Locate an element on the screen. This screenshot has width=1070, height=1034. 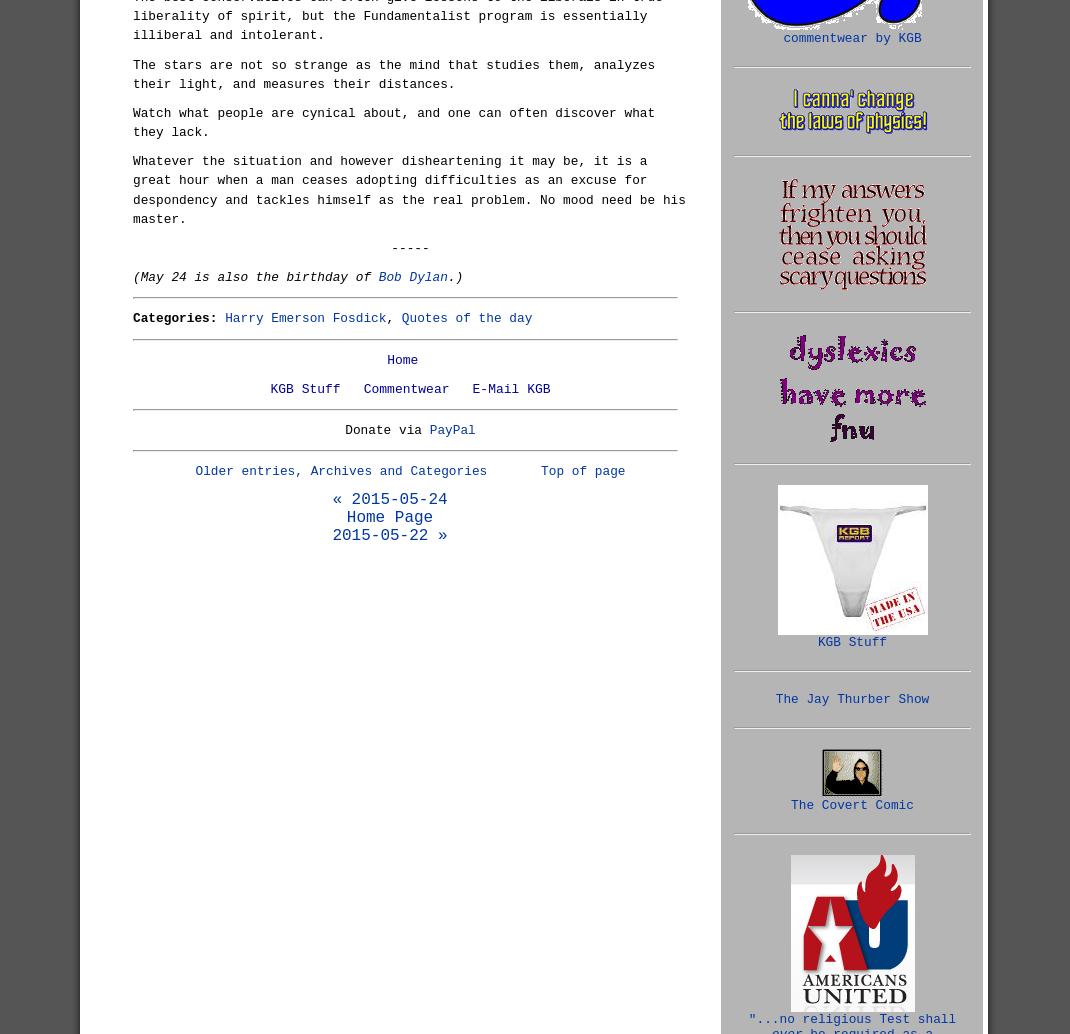
'-----' is located at coordinates (409, 248).